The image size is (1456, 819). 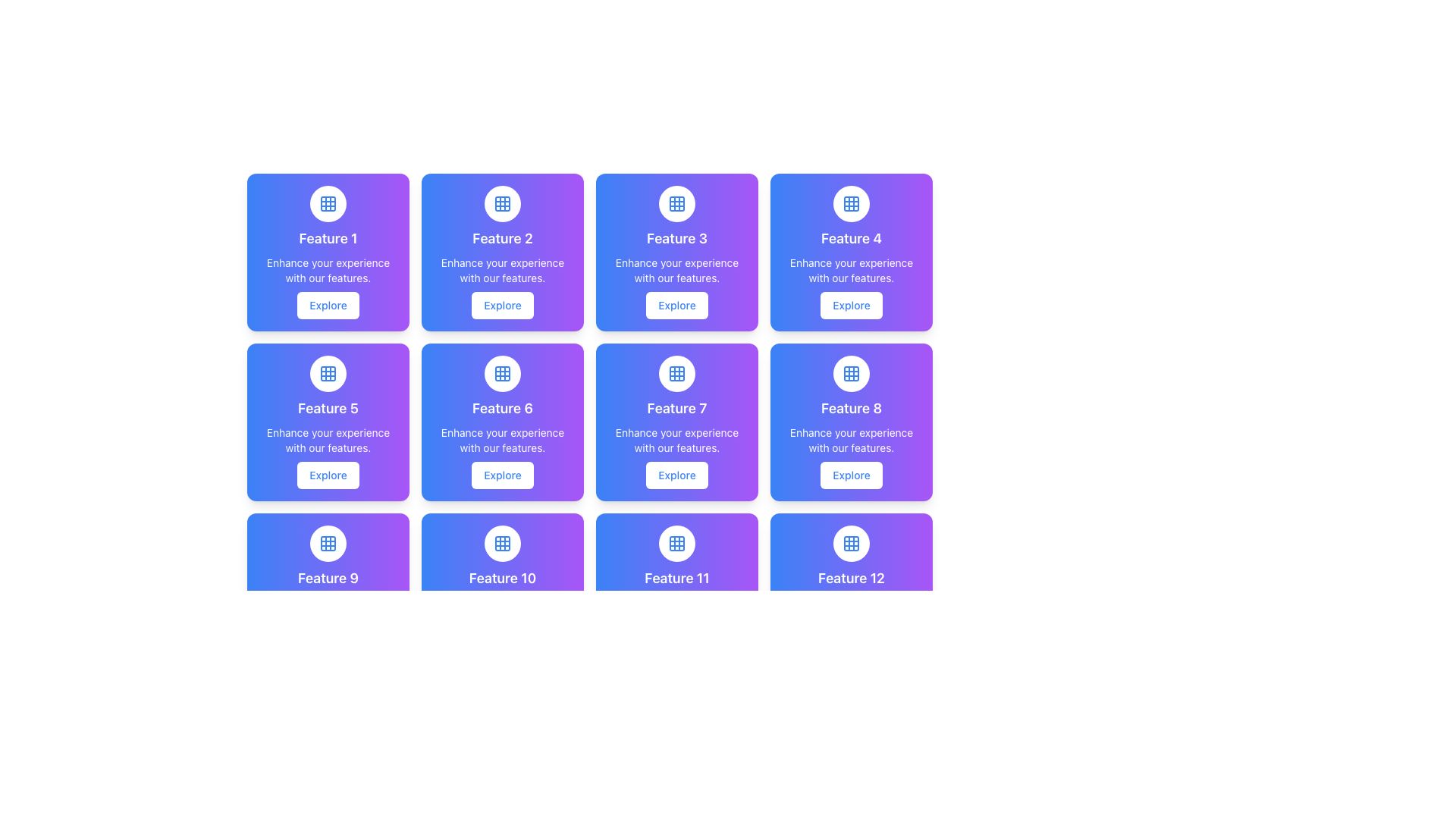 I want to click on the button beneath the text 'Enhance your experience with our features.' in the 'Feature 2' card, so click(x=502, y=305).